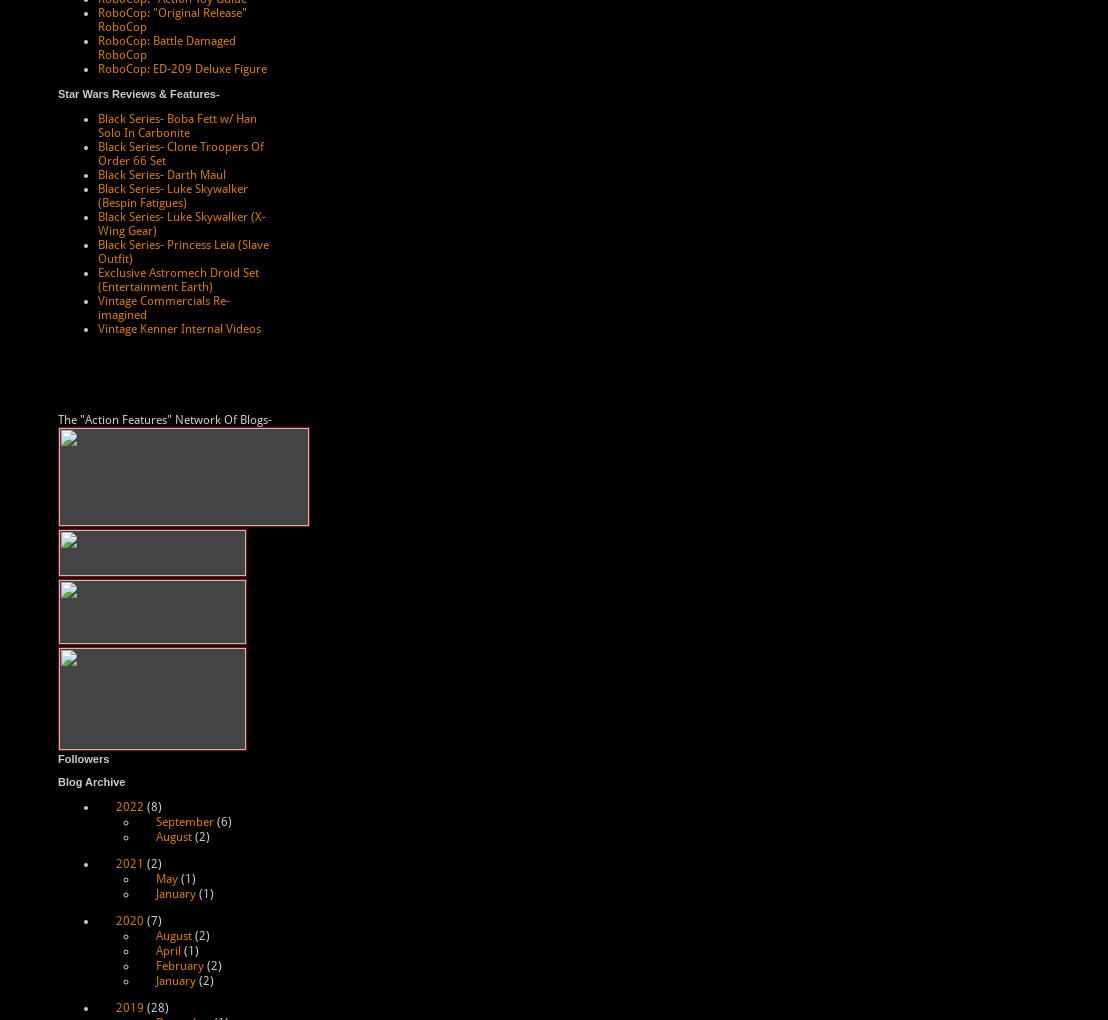 This screenshot has width=1108, height=1020. Describe the element at coordinates (97, 154) in the screenshot. I see `'Black Series- Clone Troopers Of Order 66 Set'` at that location.